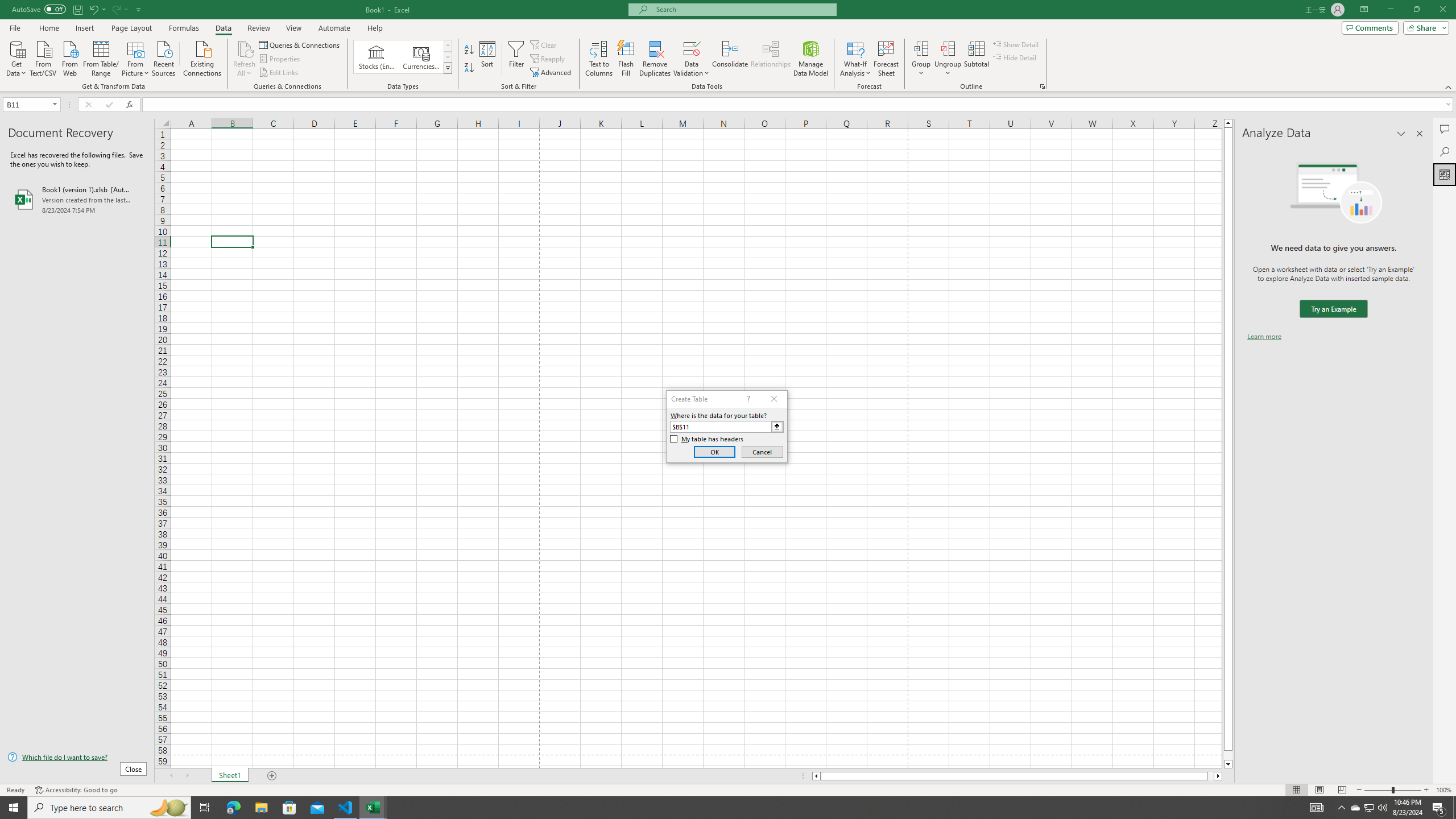 The image size is (1456, 819). What do you see at coordinates (131, 28) in the screenshot?
I see `'Page Layout'` at bounding box center [131, 28].